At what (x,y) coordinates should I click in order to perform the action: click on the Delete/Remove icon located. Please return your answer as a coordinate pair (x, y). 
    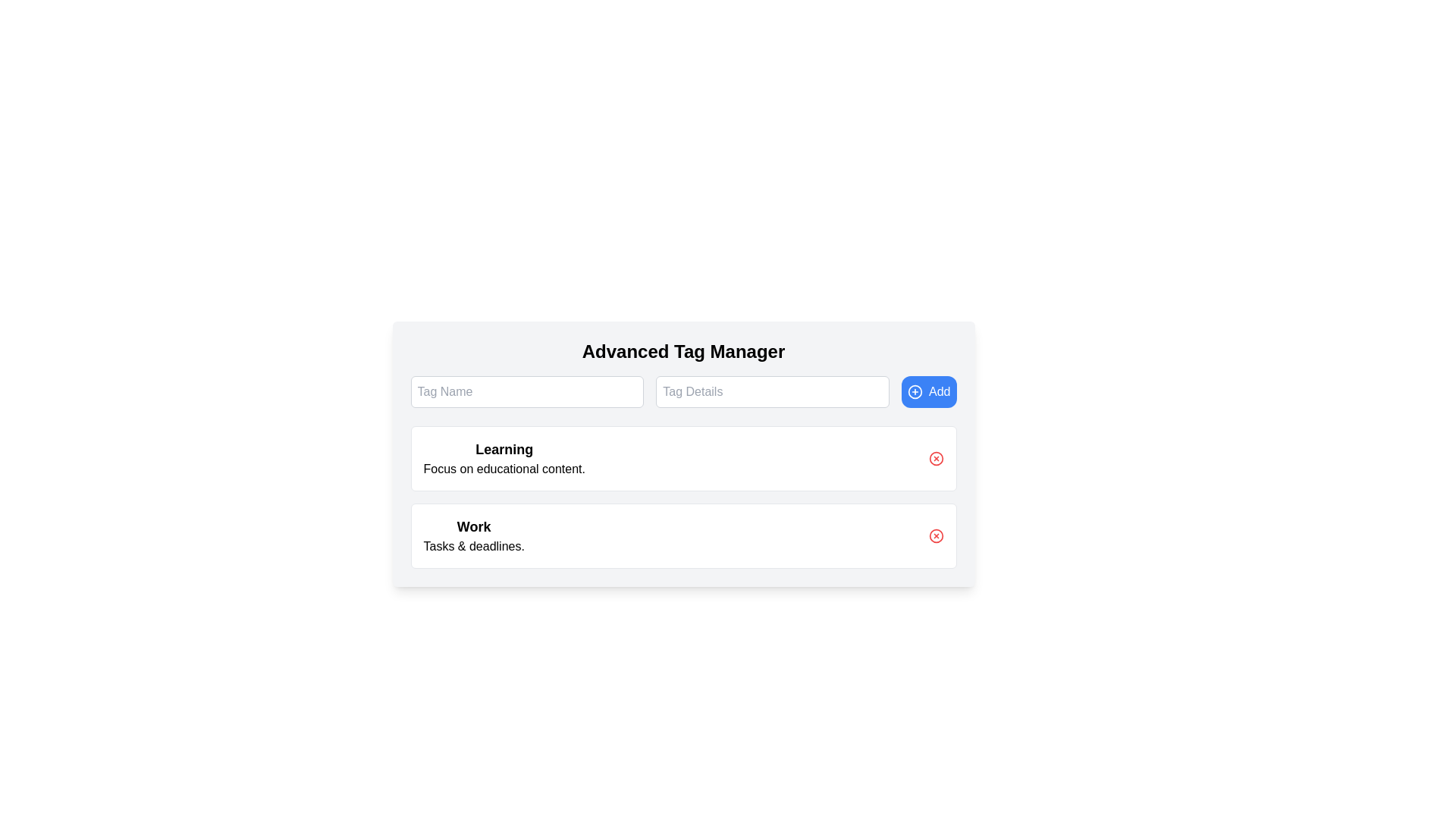
    Looking at the image, I should click on (935, 535).